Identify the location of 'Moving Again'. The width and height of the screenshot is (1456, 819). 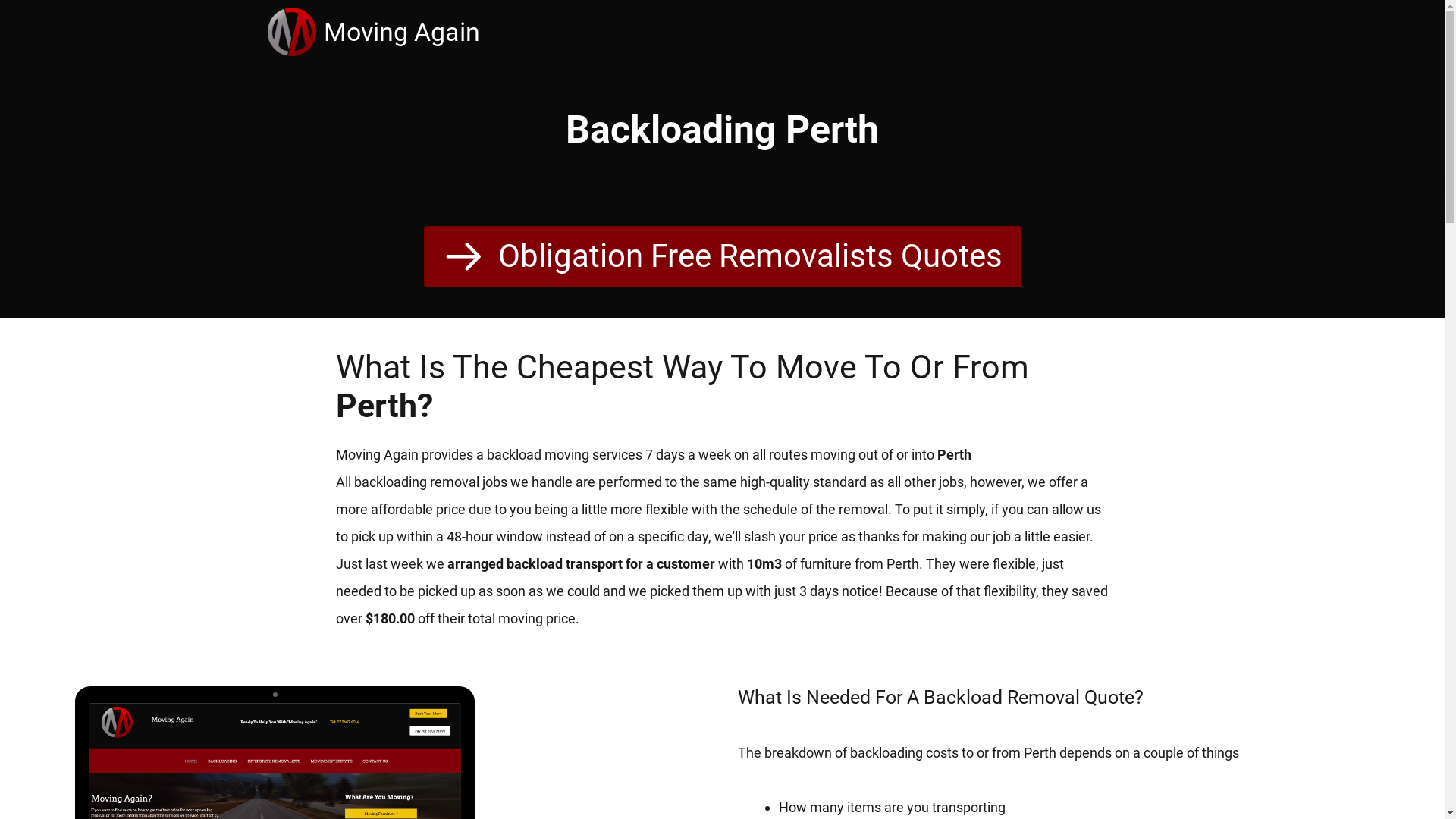
(400, 32).